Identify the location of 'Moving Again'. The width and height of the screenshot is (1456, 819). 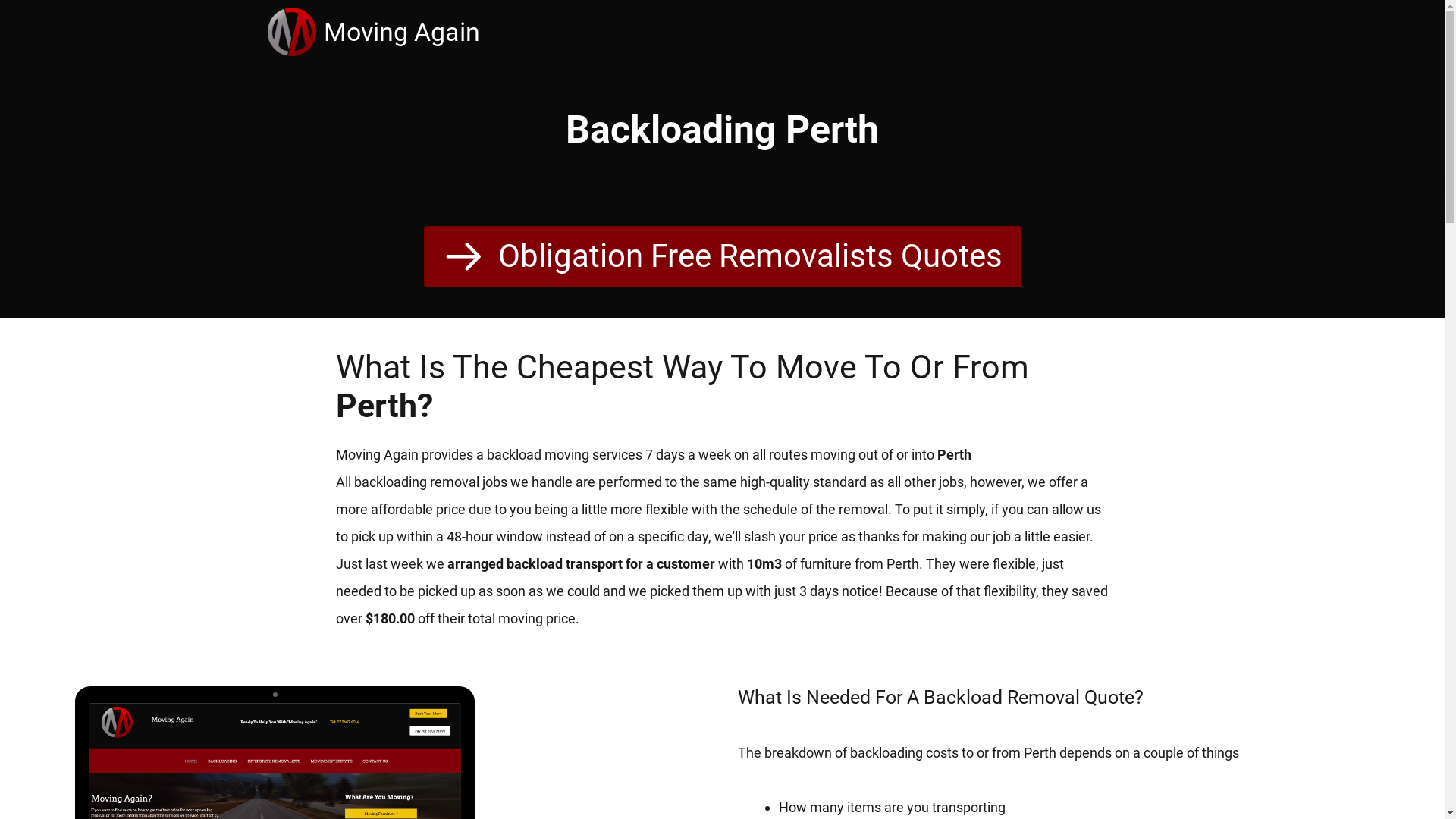
(400, 32).